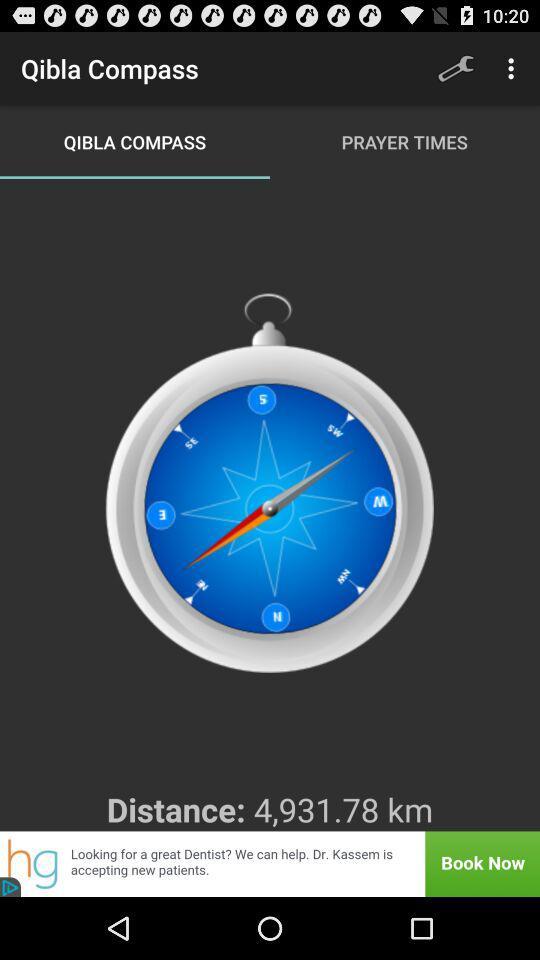 This screenshot has height=960, width=540. I want to click on the icon above the prayer times item, so click(455, 68).